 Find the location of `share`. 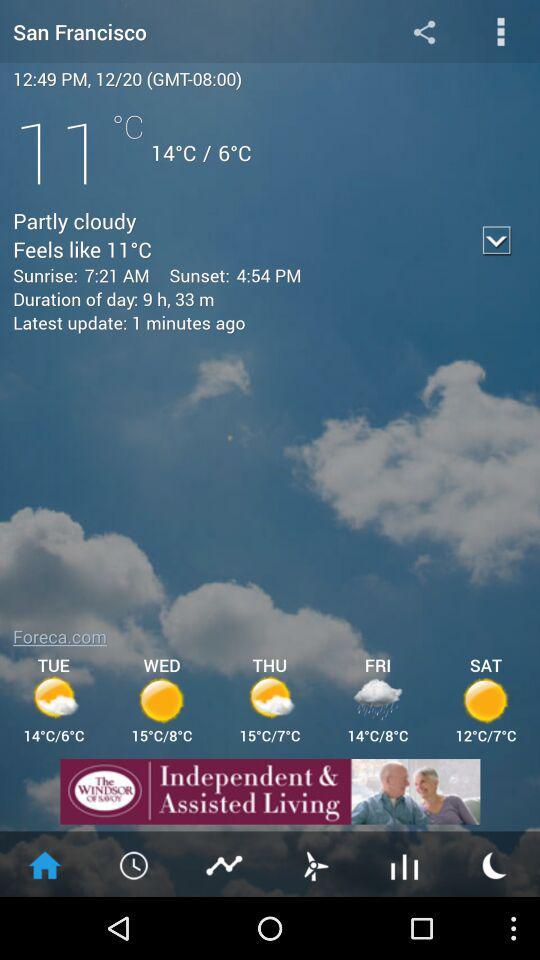

share is located at coordinates (423, 30).